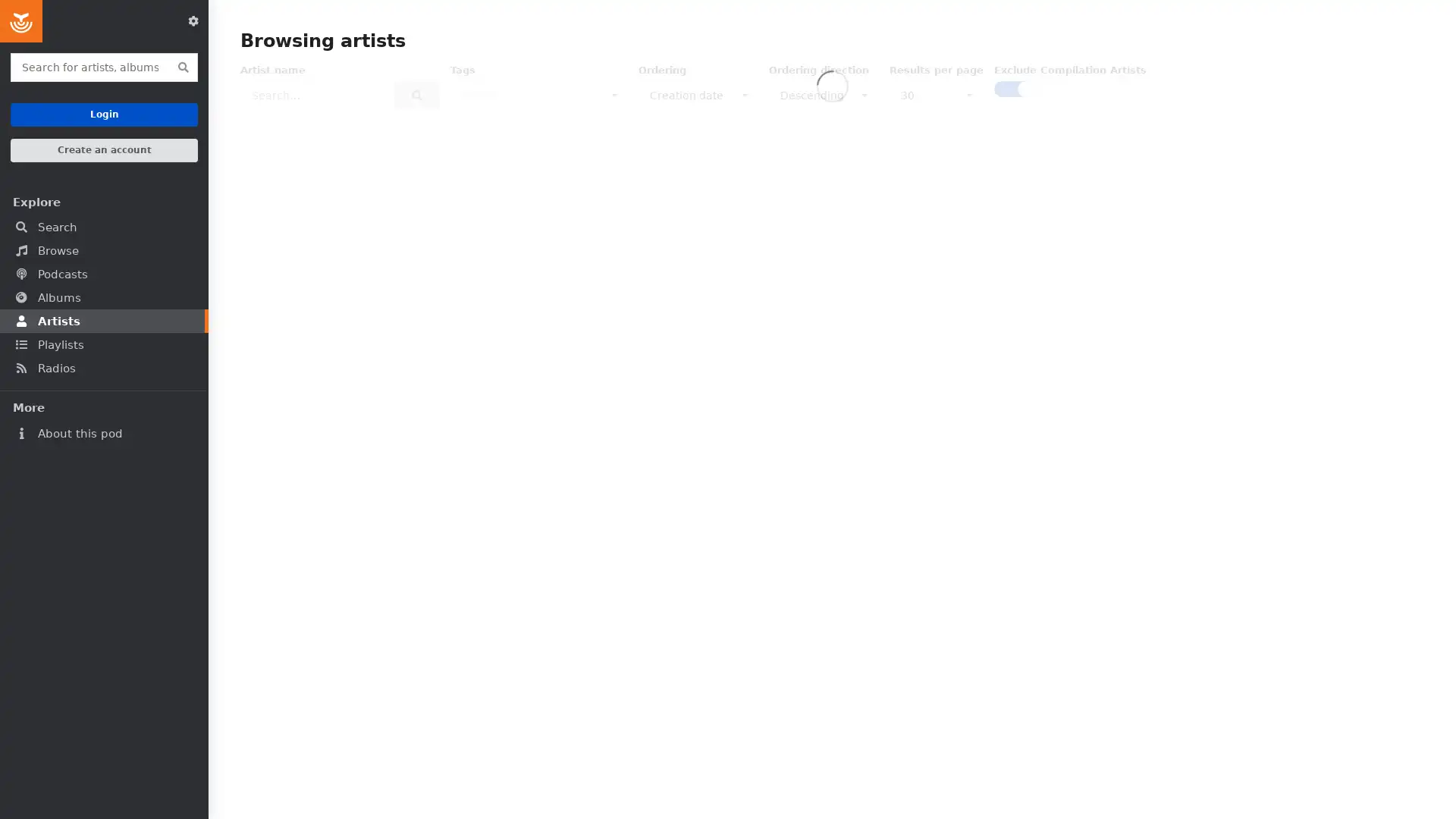 The image size is (1456, 819). I want to click on Play artist, so click(1354, 259).